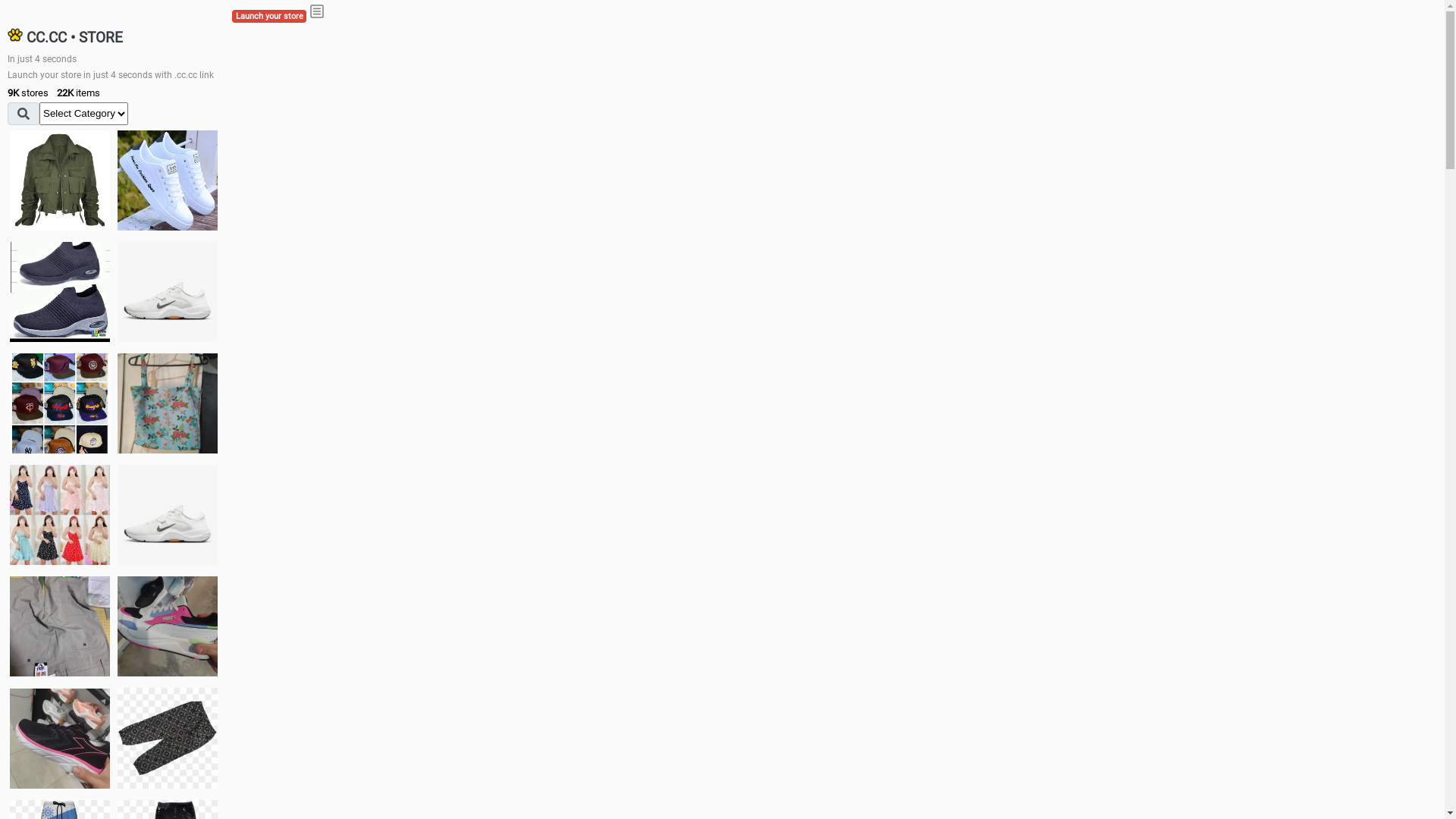 This screenshot has width=1456, height=819. Describe the element at coordinates (116, 180) in the screenshot. I see `'white shoes'` at that location.